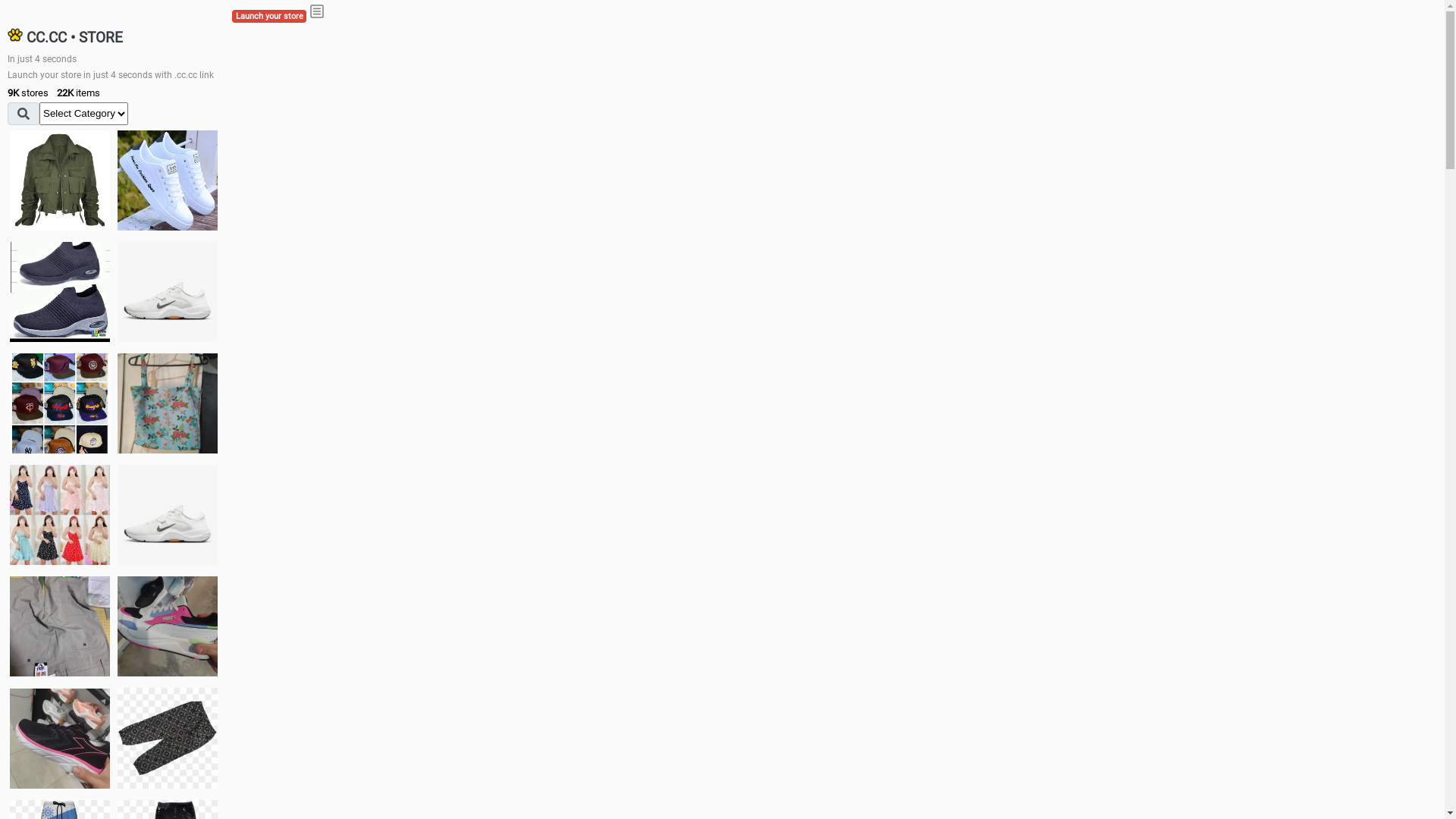 This screenshot has width=1456, height=819. Describe the element at coordinates (116, 180) in the screenshot. I see `'white shoes'` at that location.